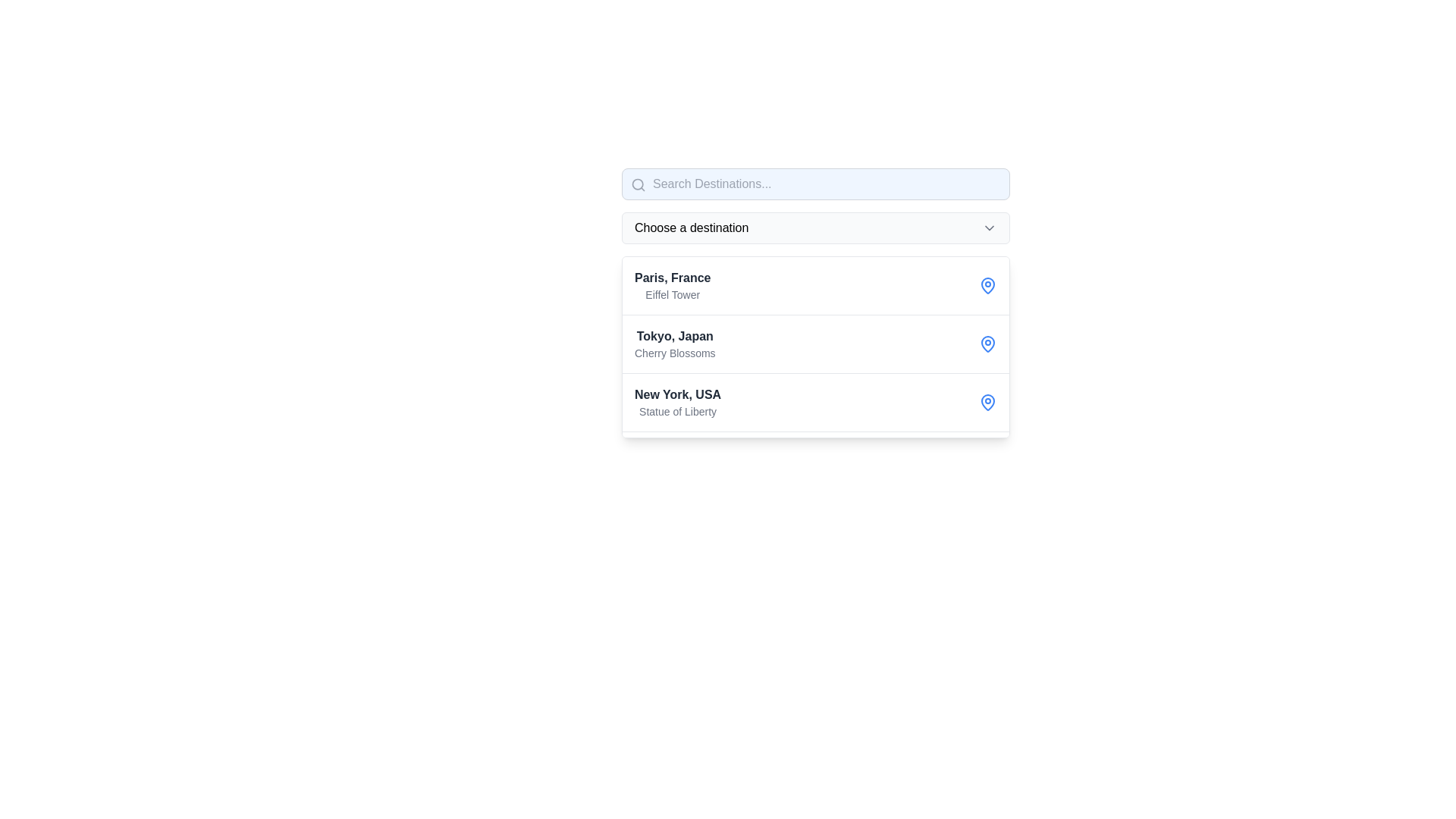 The image size is (1456, 819). What do you see at coordinates (814, 227) in the screenshot?
I see `the dropdown button located beneath the light blue search bar, which allows users to select a destination from a list of options, by using the keyboard for accessibility` at bounding box center [814, 227].